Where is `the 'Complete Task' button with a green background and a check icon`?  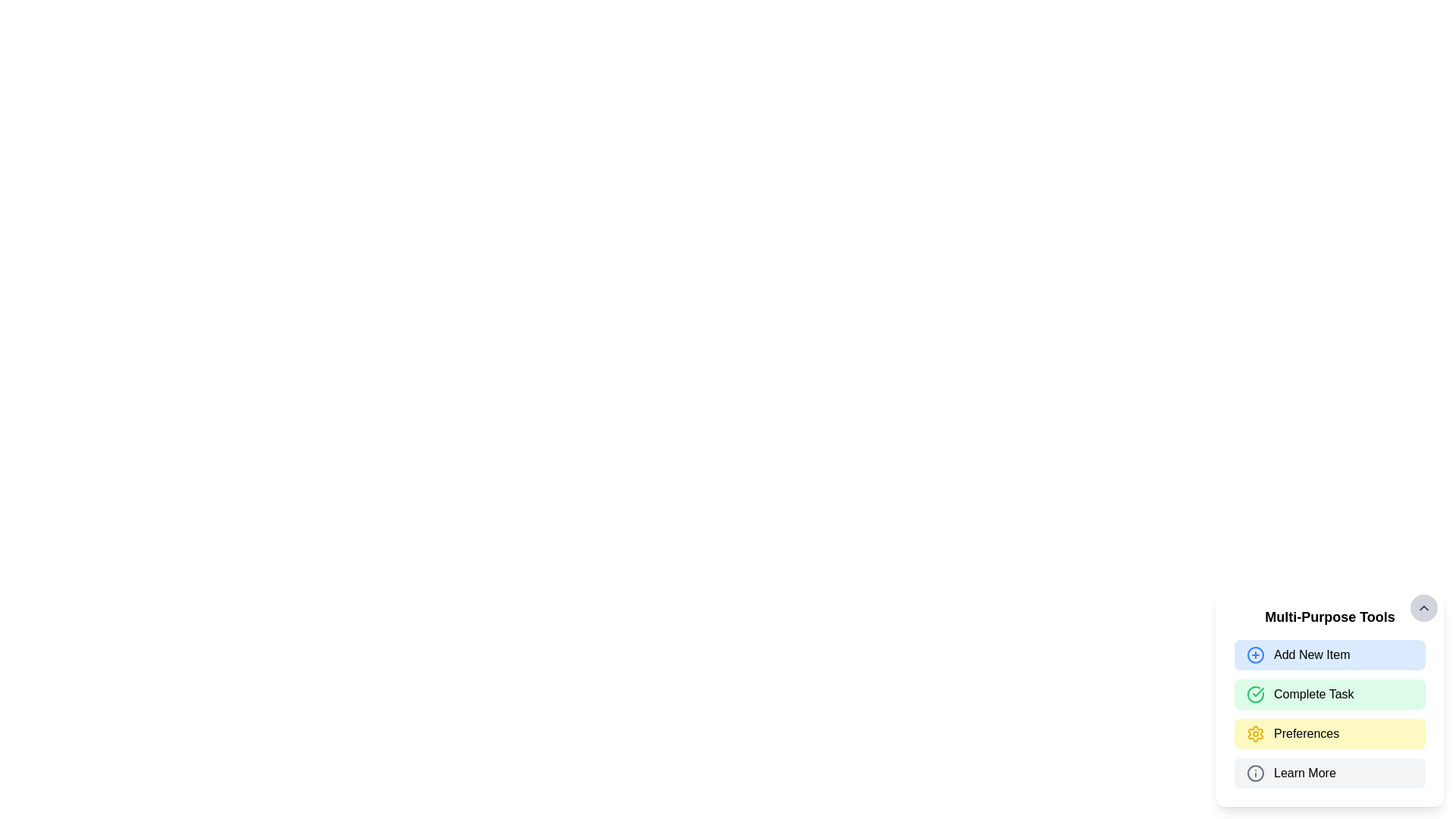
the 'Complete Task' button with a green background and a check icon is located at coordinates (1329, 694).